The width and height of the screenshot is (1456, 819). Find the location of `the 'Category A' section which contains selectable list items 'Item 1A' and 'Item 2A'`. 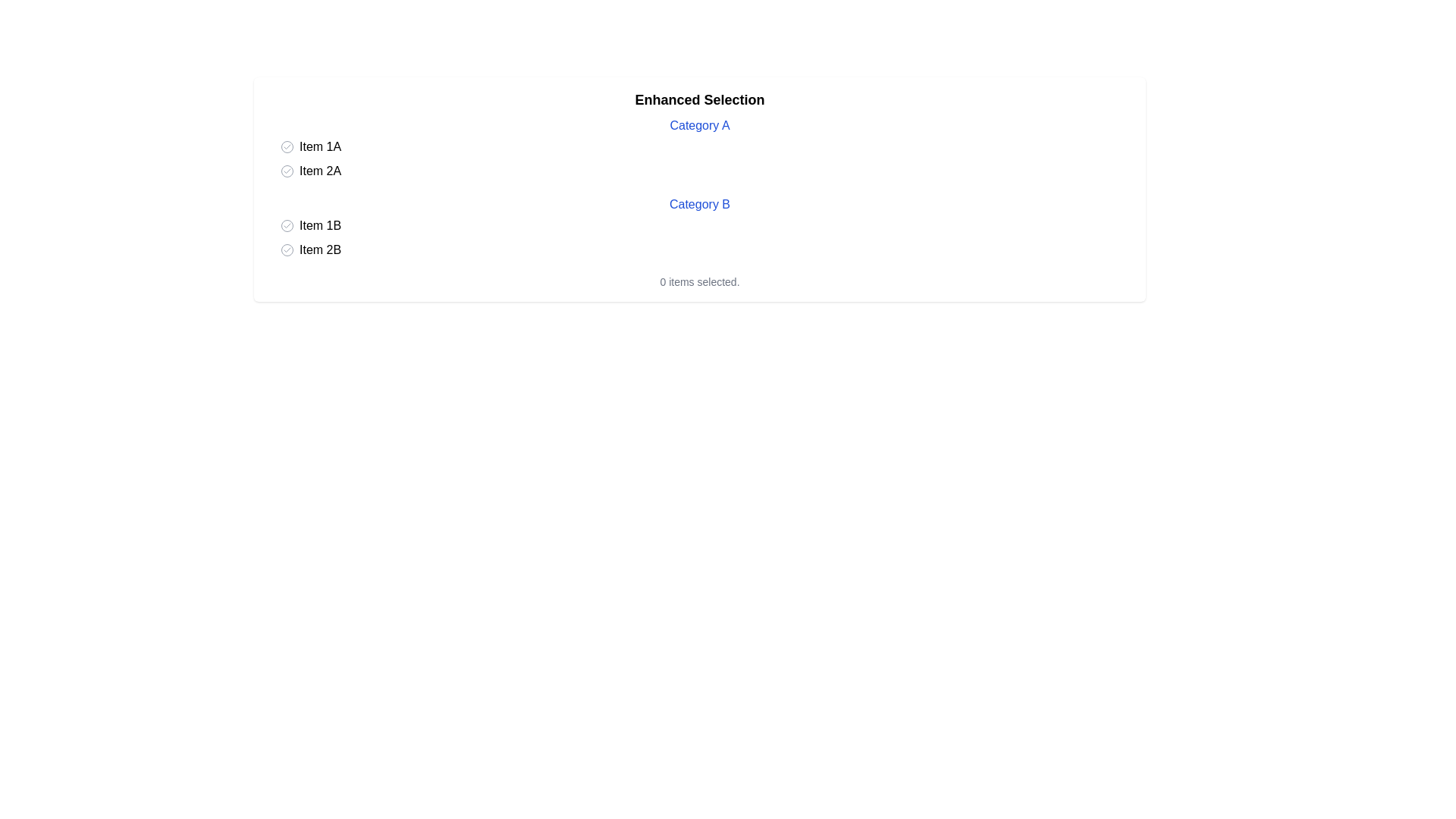

the 'Category A' section which contains selectable list items 'Item 1A' and 'Item 2A' is located at coordinates (698, 149).